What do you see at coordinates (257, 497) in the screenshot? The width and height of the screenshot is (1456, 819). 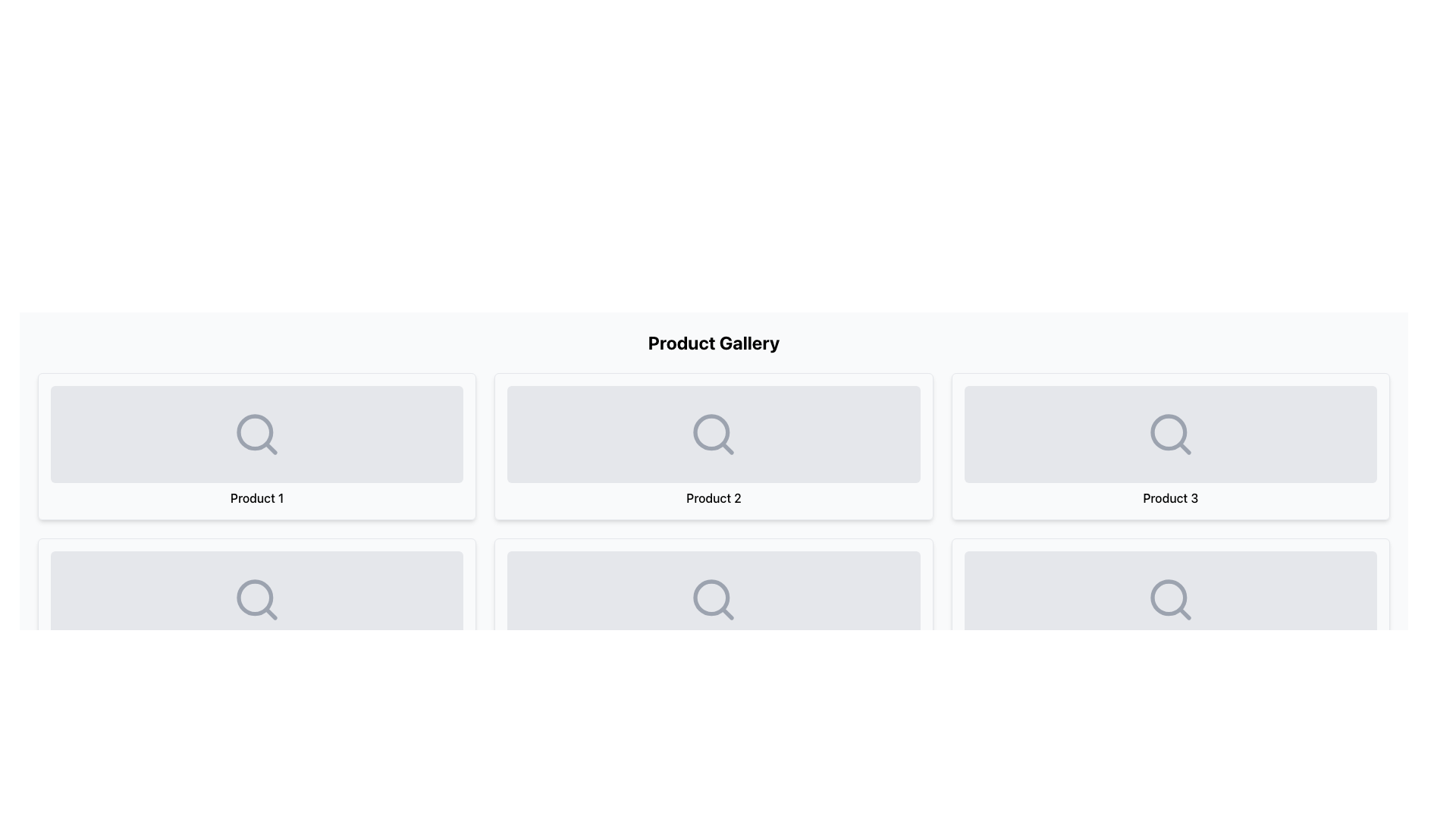 I see `the text label representing the product name located at the bottom section of the first card in the product grid` at bounding box center [257, 497].